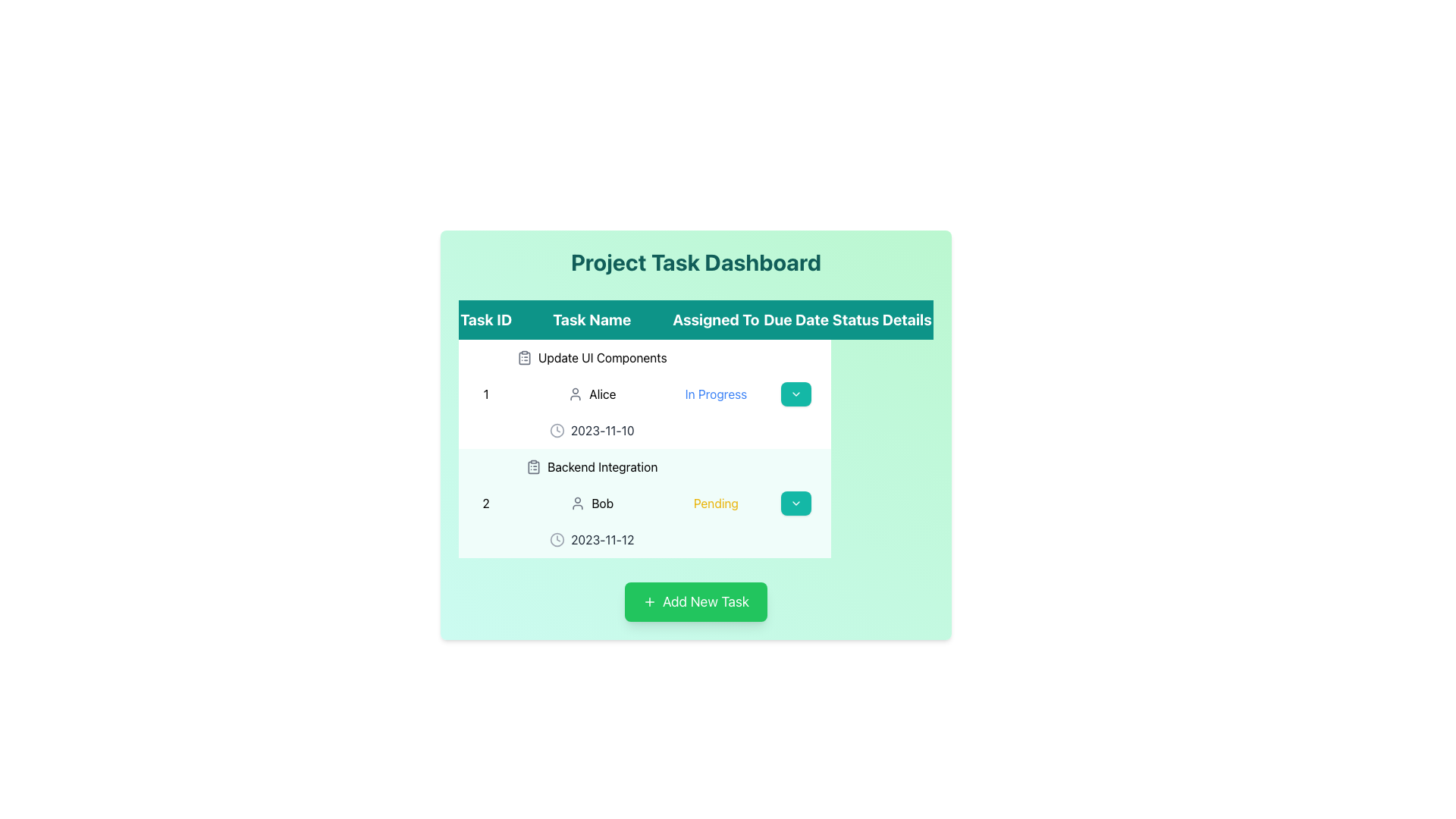  I want to click on the dropdown indicator icon located inside the teal button in the 'Details' column of the first row of the task table, so click(795, 394).